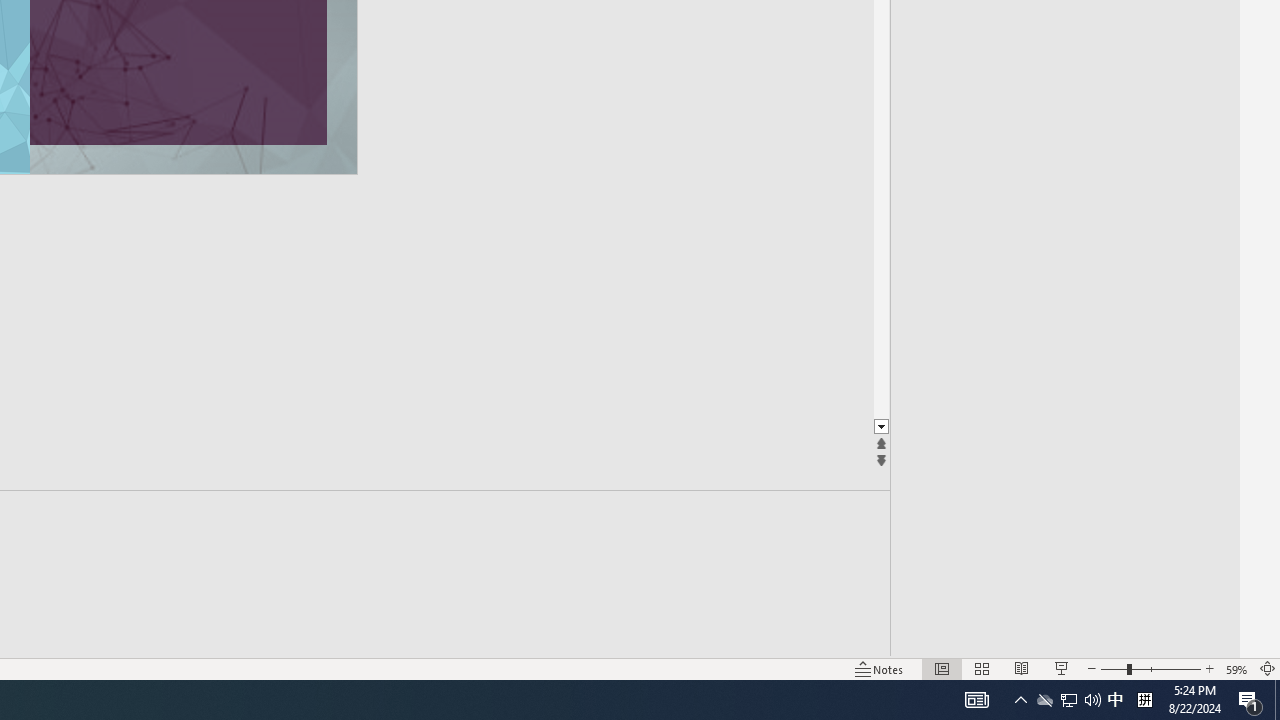 The width and height of the screenshot is (1280, 720). Describe the element at coordinates (1236, 669) in the screenshot. I see `'Zoom 59%'` at that location.